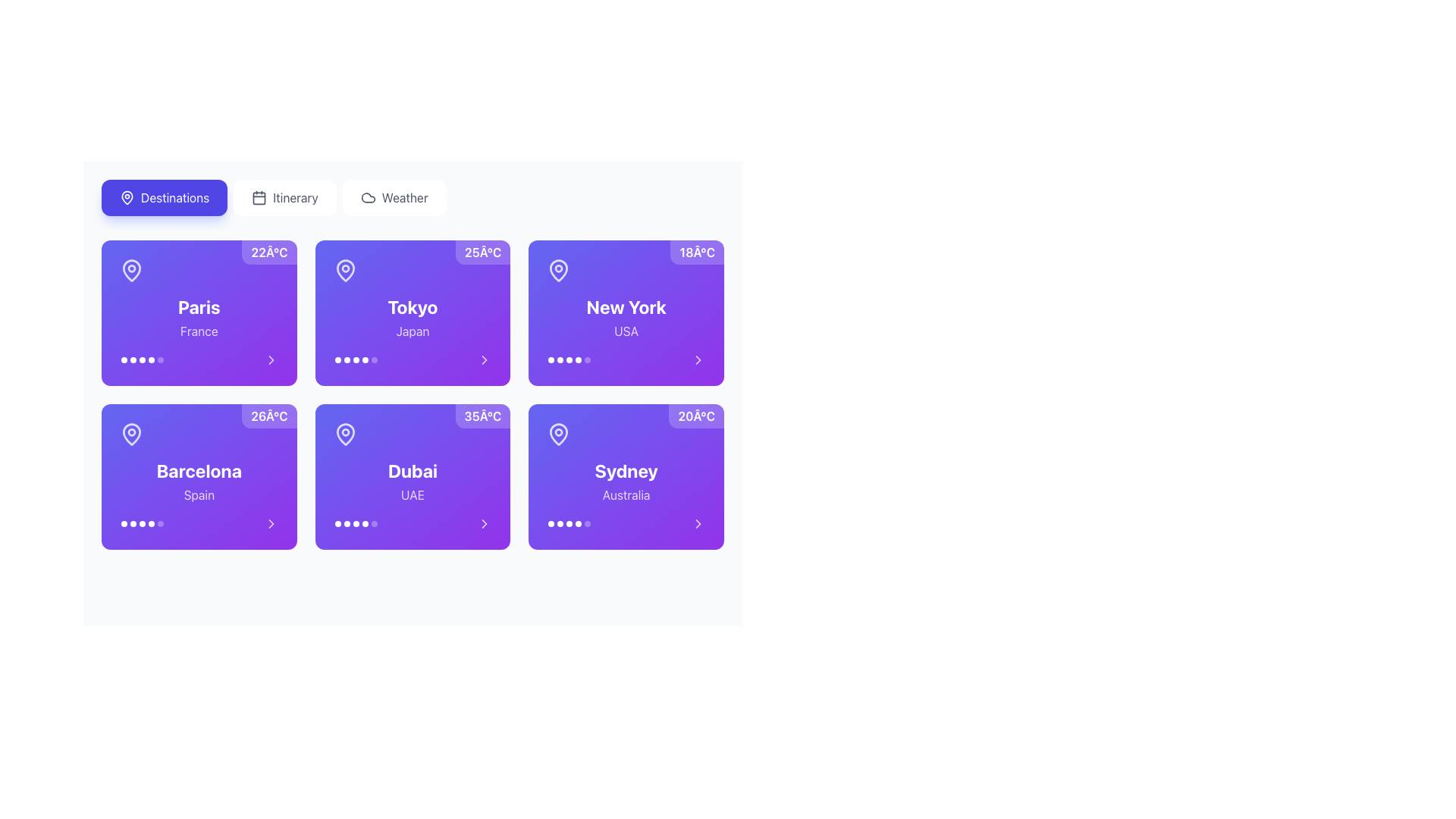 This screenshot has height=819, width=1456. Describe the element at coordinates (698, 522) in the screenshot. I see `the navigation icon located in the bottom-right corner of the 'Sydney, Australia' card` at that location.